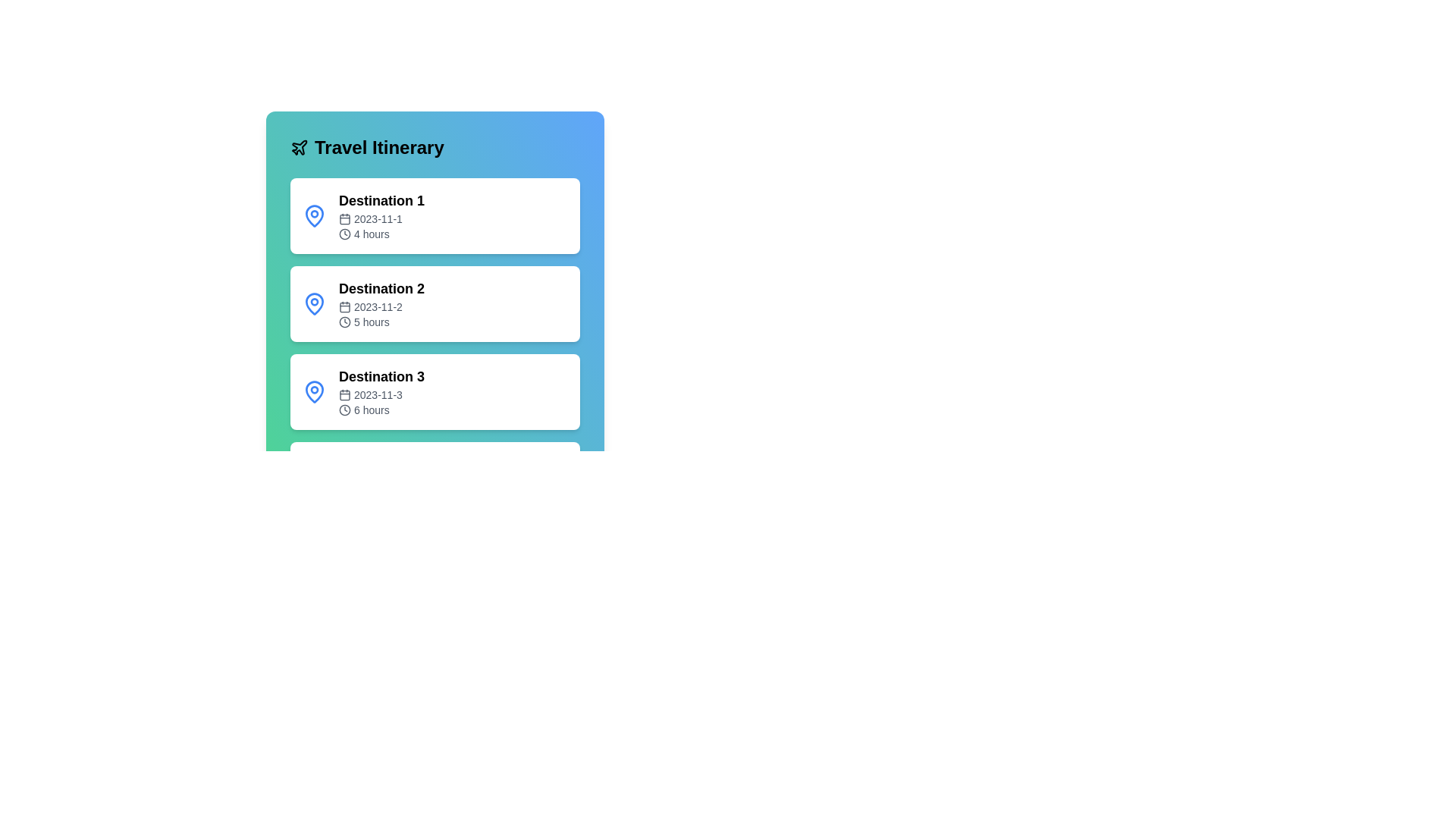 This screenshot has width=1456, height=819. Describe the element at coordinates (381, 234) in the screenshot. I see `the informational label displaying the duration of time associated with 'Destination 1' in the first card under the 'Travel Itinerary' section` at that location.